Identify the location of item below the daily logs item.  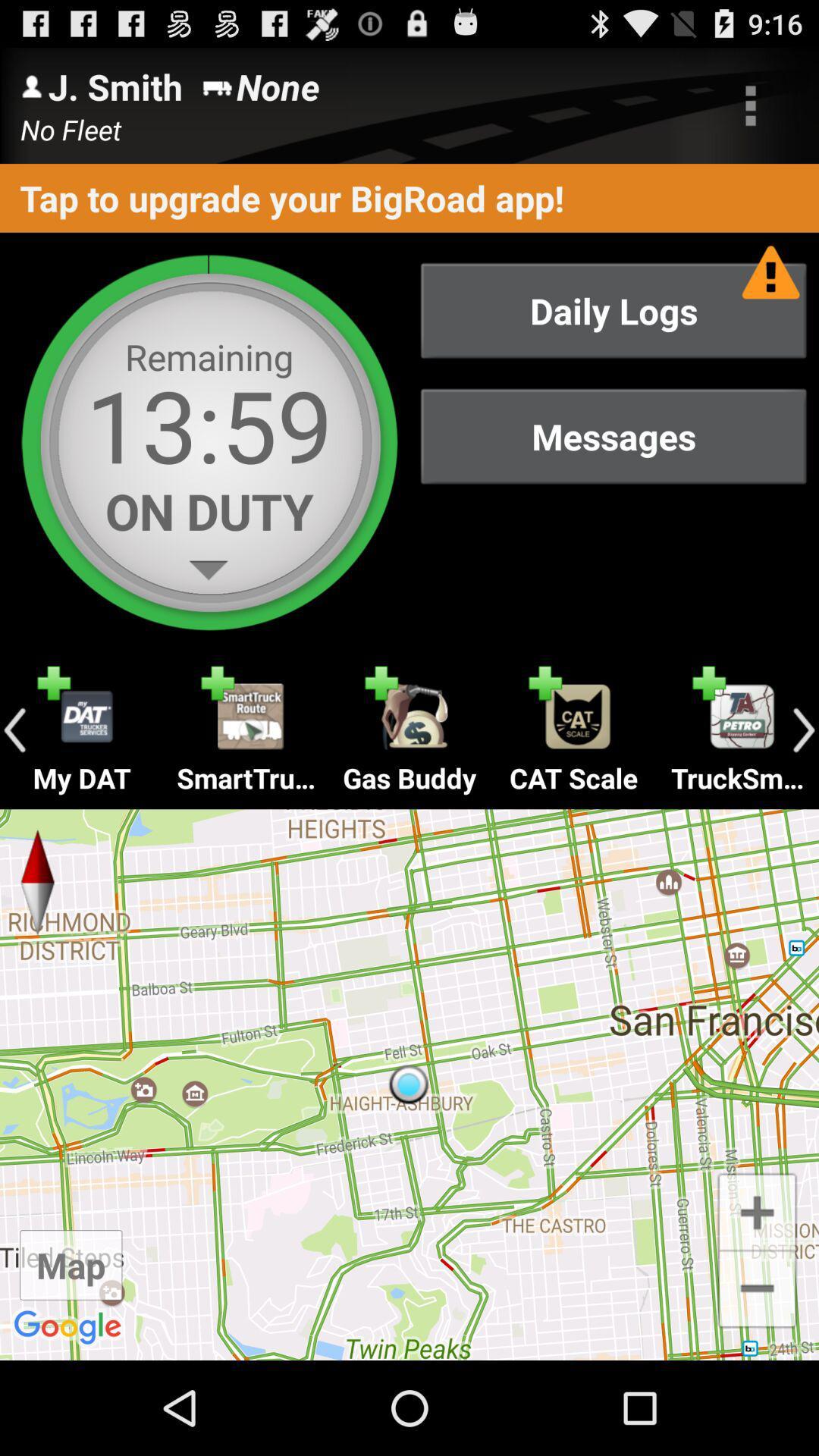
(613, 435).